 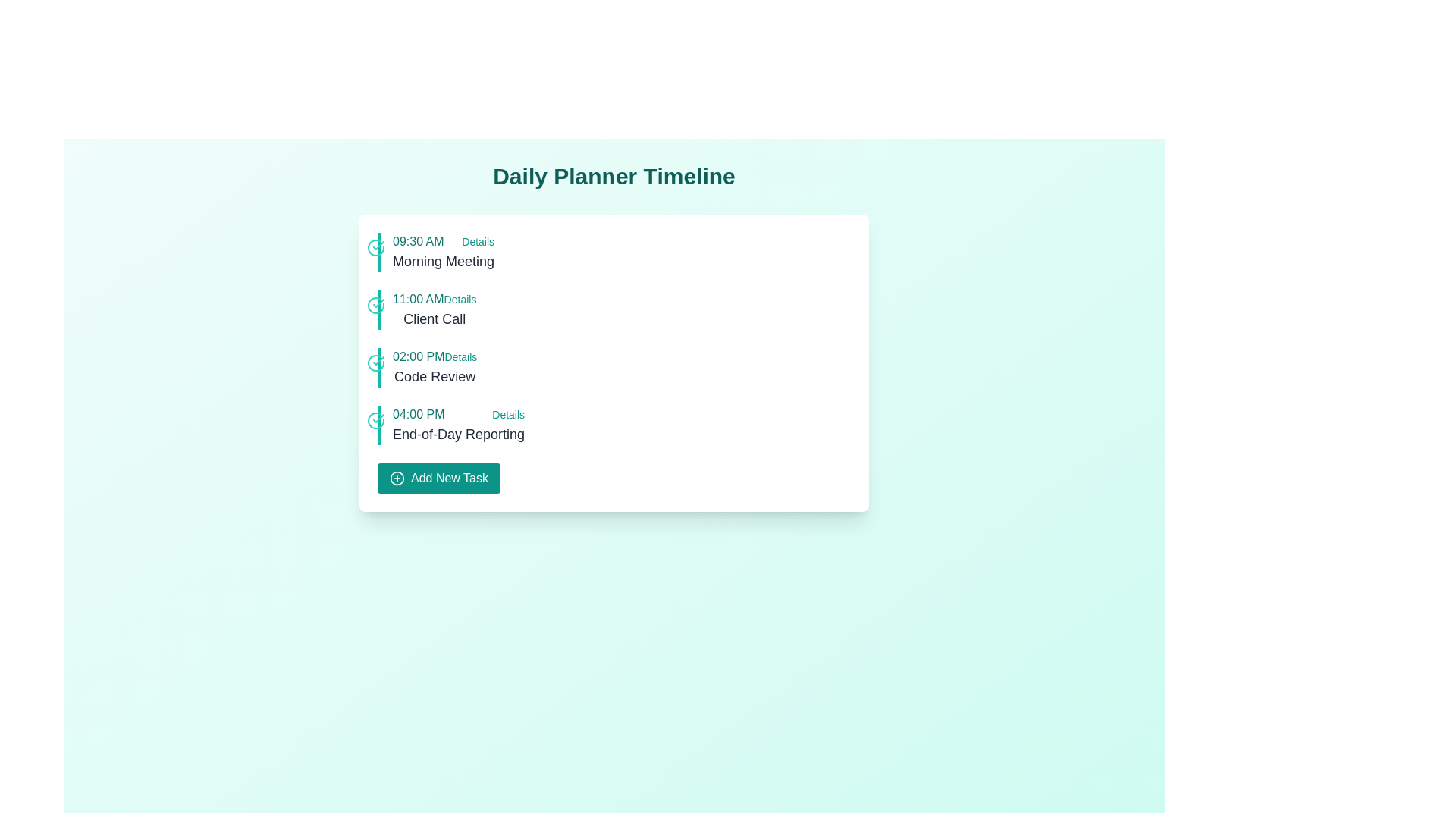 I want to click on time and title of the timeline event displaying '02:00 PM Details Code Review' which is the third item in the Daily Planner Timeline, so click(x=434, y=368).